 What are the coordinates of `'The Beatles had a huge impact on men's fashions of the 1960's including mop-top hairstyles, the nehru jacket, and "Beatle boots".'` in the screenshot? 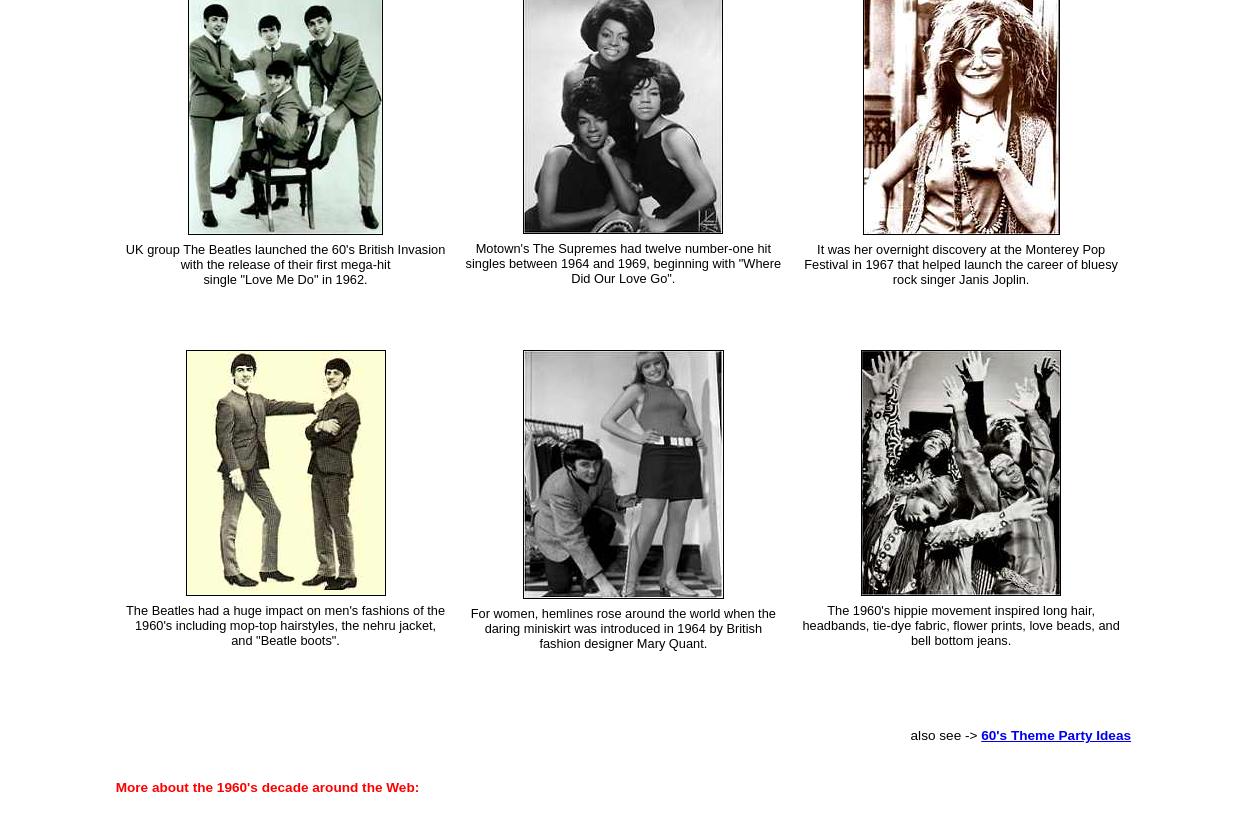 It's located at (285, 624).